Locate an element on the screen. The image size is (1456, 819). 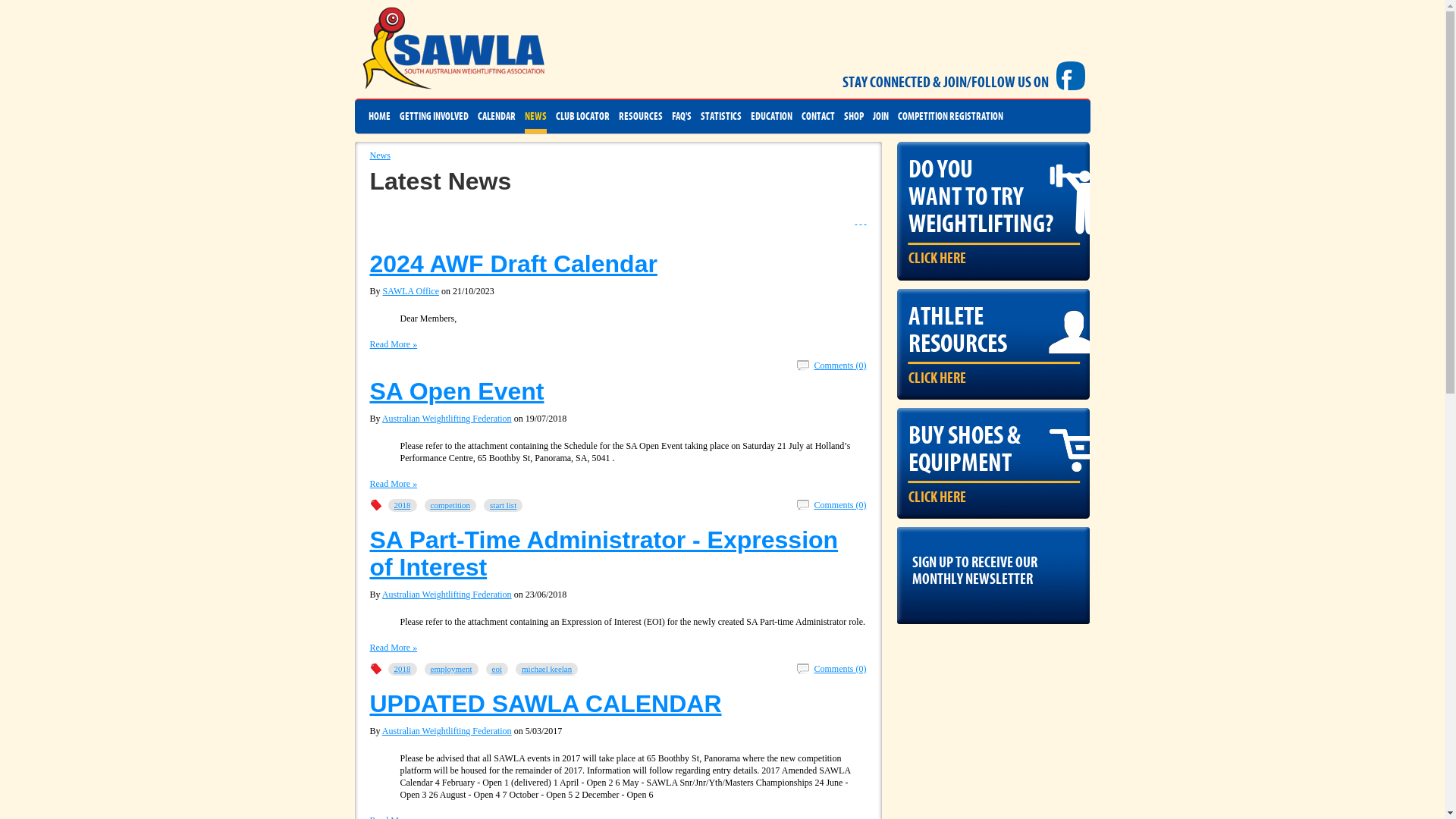
'EDUCATION' is located at coordinates (771, 116).